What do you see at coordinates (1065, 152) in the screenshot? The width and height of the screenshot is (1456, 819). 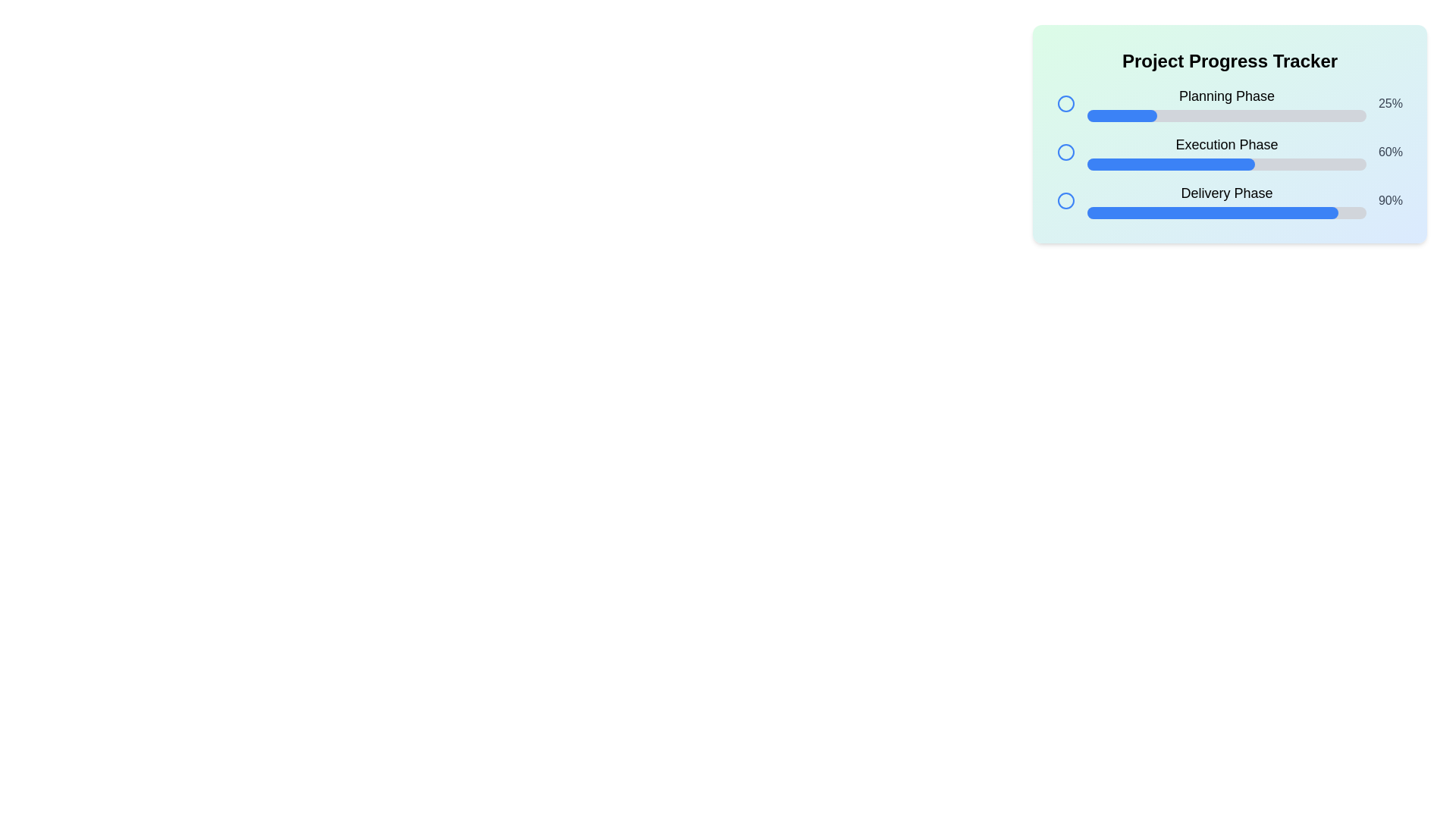 I see `circular indicator icon representing the 'Execution Phase' located to the left of the text label 'Execution Phase'` at bounding box center [1065, 152].